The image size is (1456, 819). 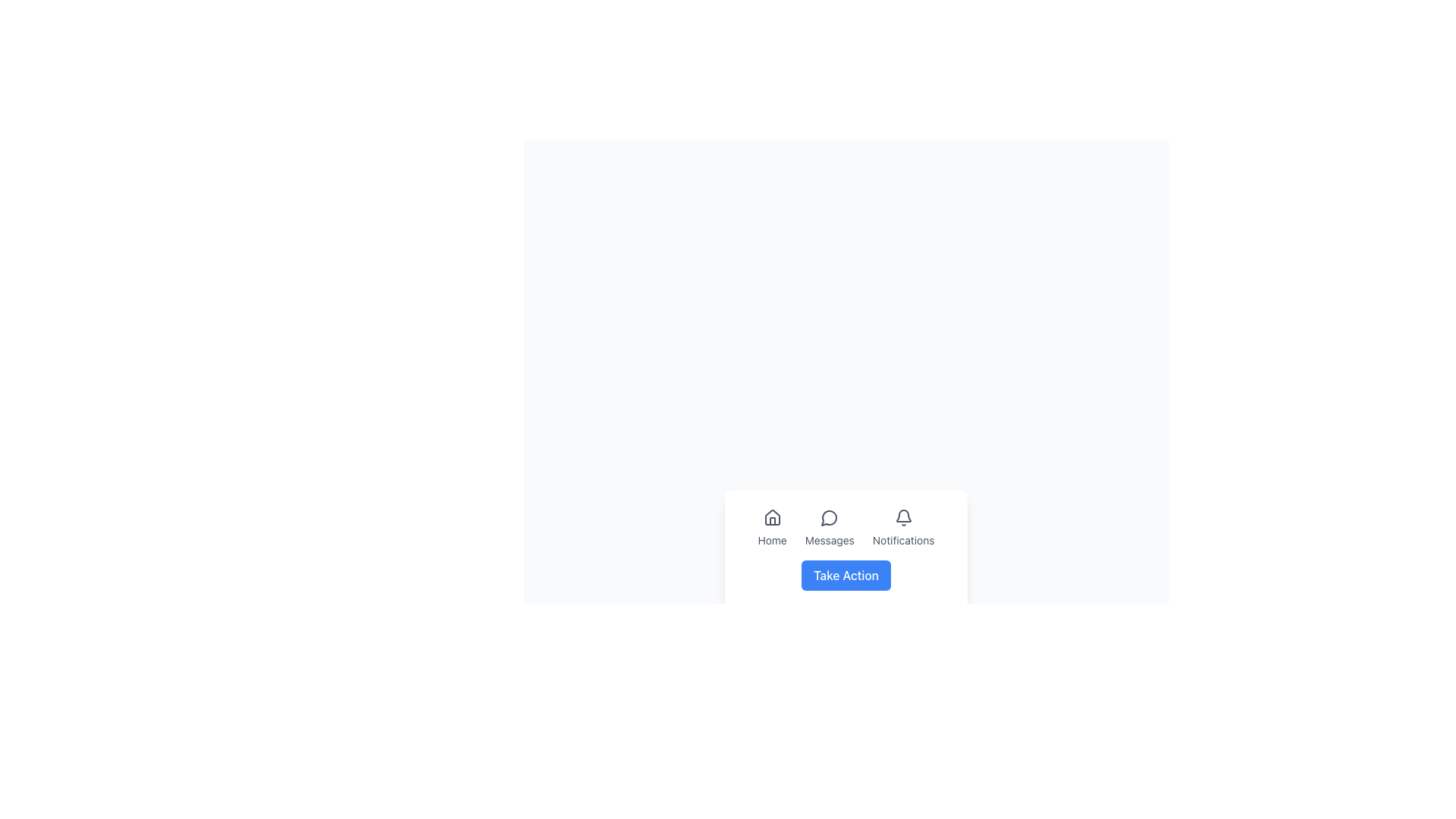 What do you see at coordinates (846, 528) in the screenshot?
I see `the navigation menu located at the center of the white card` at bounding box center [846, 528].